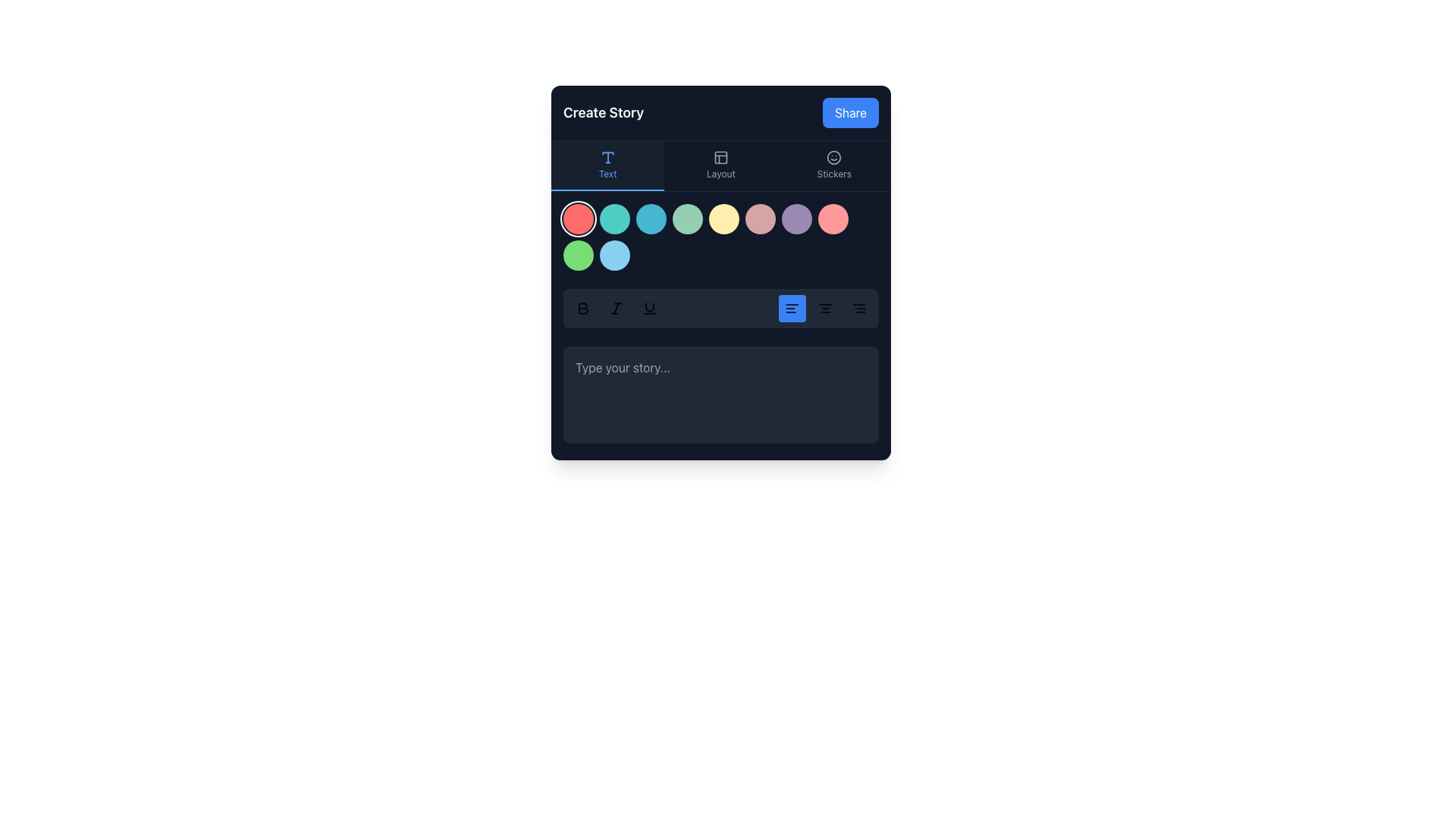 This screenshot has width=1456, height=819. Describe the element at coordinates (607, 166) in the screenshot. I see `the button with a blue 'T' icon and the label 'Text' located in the top-left section of the menu bar` at that location.